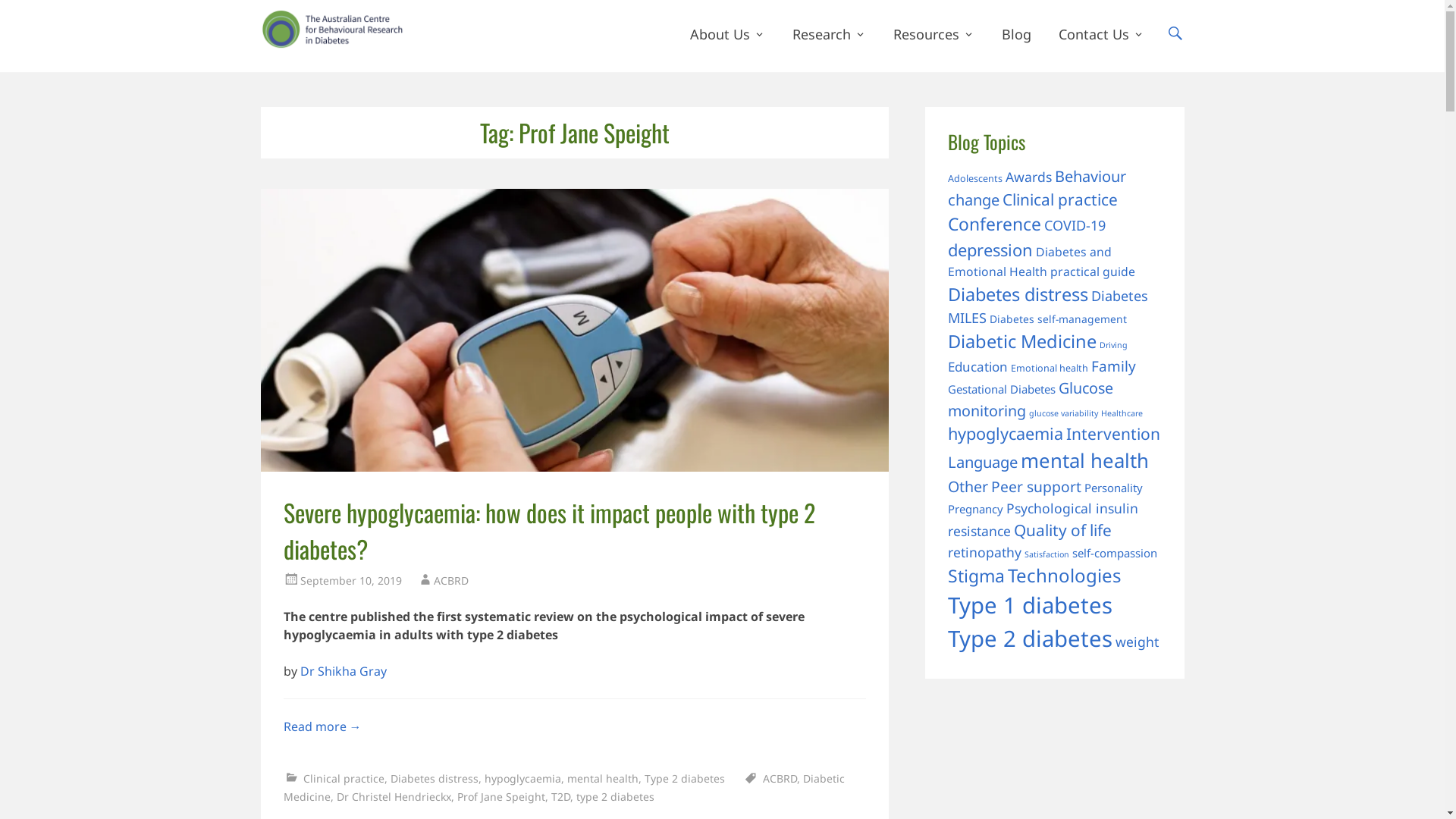 The image size is (1456, 819). What do you see at coordinates (1042, 518) in the screenshot?
I see `'Psychological insulin resistance'` at bounding box center [1042, 518].